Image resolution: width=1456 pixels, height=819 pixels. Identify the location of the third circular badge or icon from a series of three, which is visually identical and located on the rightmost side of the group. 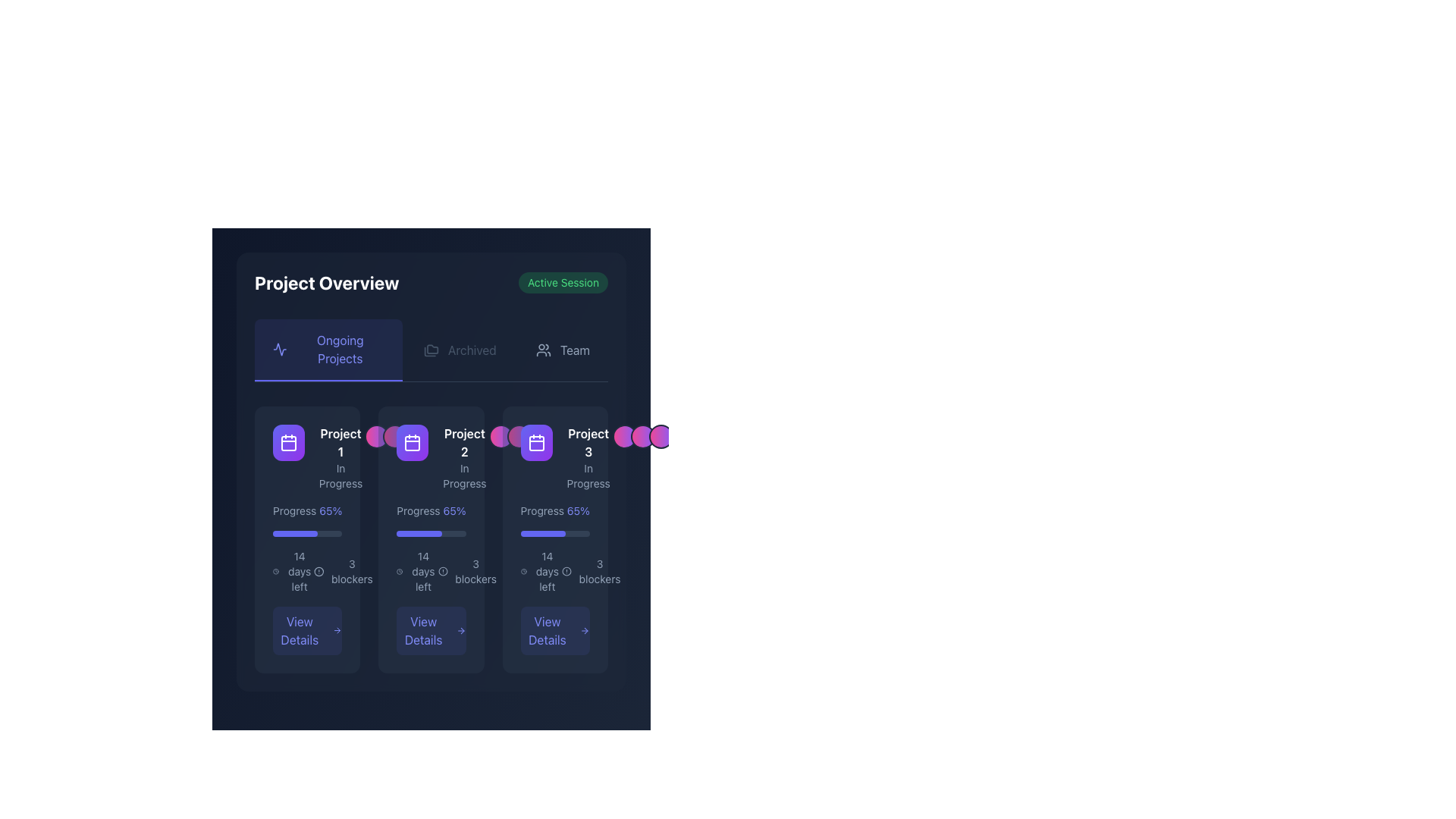
(537, 436).